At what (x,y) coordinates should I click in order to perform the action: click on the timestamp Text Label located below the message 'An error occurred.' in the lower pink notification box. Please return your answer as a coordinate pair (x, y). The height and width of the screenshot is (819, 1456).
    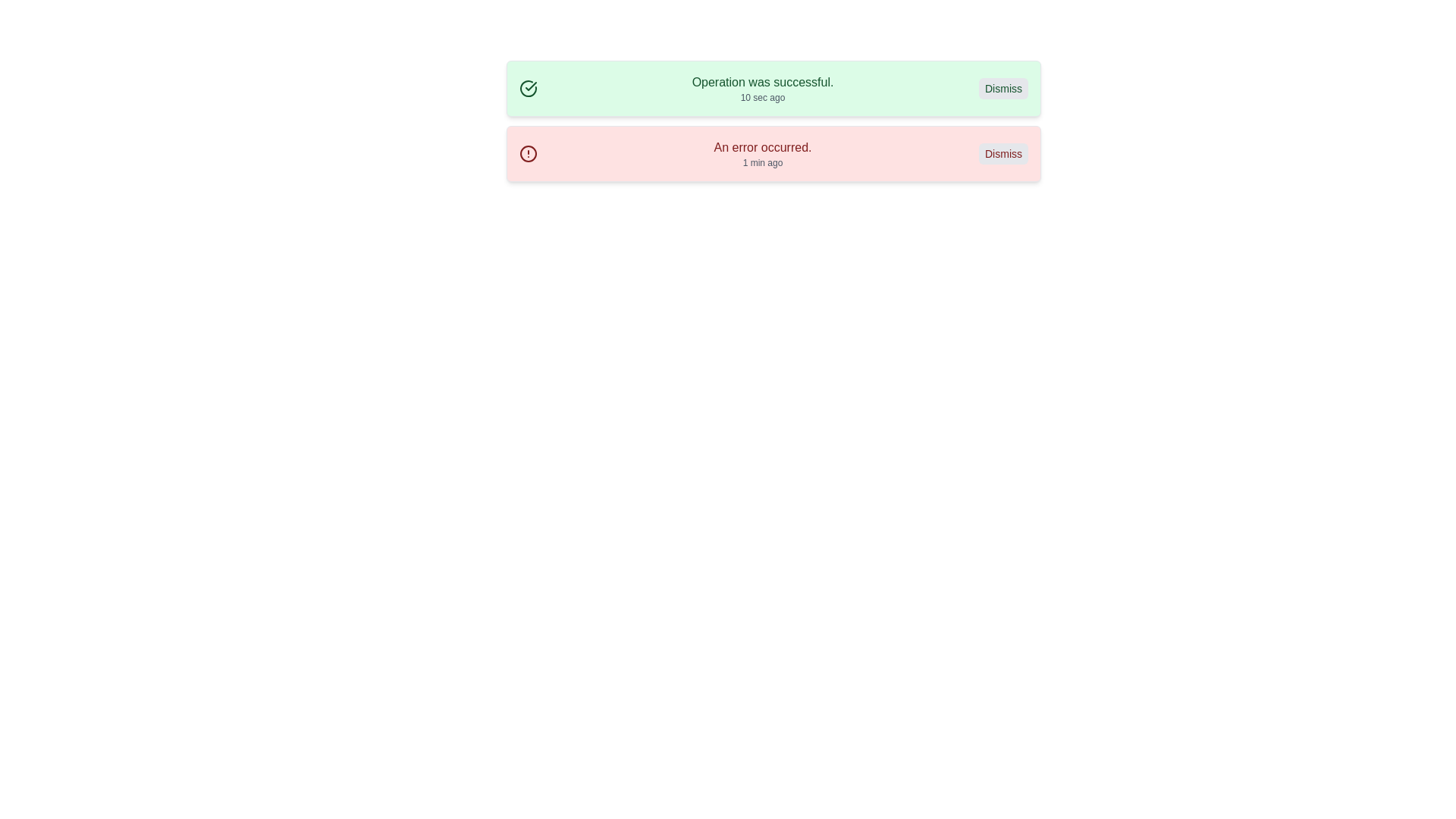
    Looking at the image, I should click on (763, 163).